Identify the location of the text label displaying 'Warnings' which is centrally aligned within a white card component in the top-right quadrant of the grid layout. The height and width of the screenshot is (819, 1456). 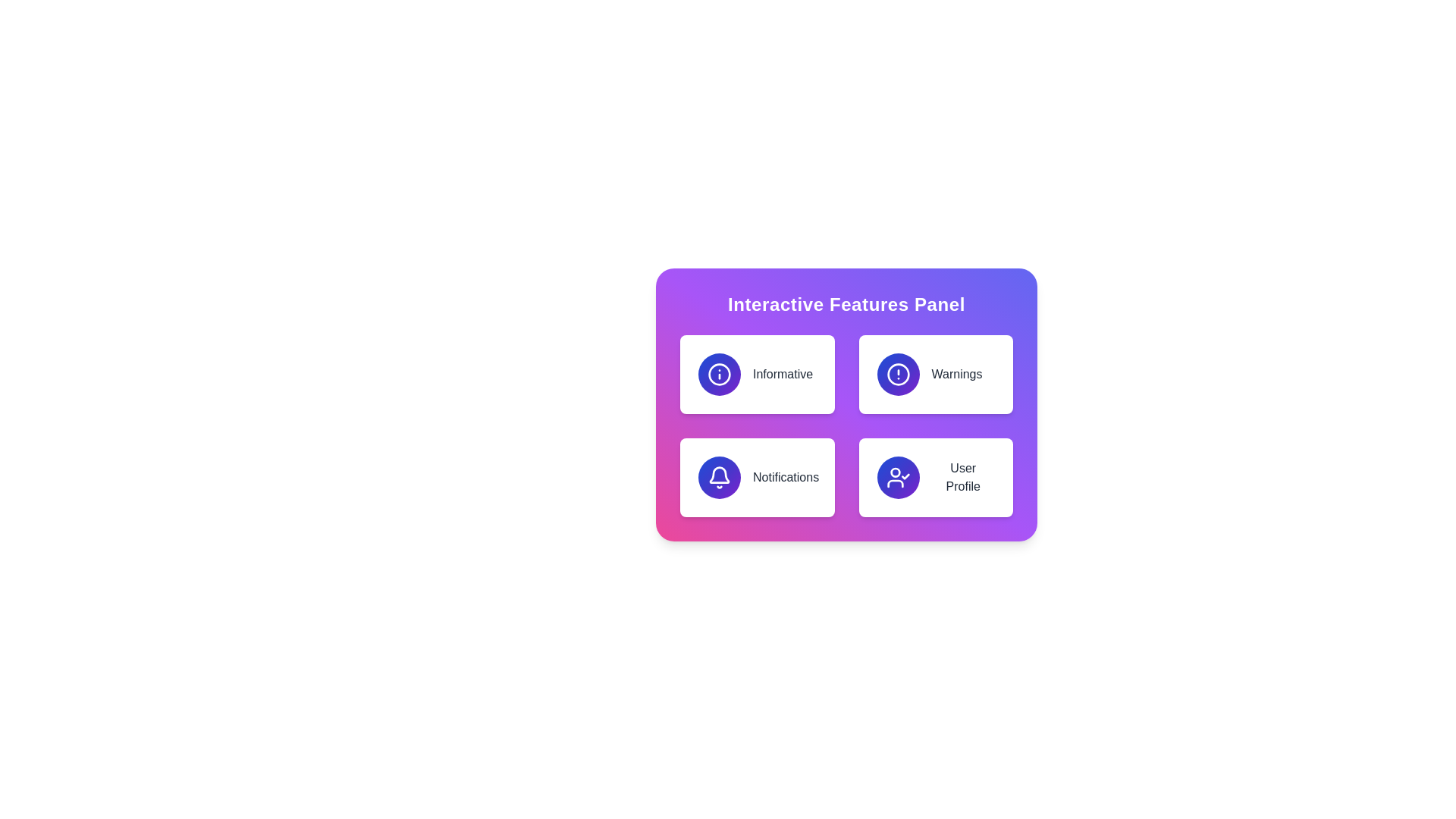
(956, 374).